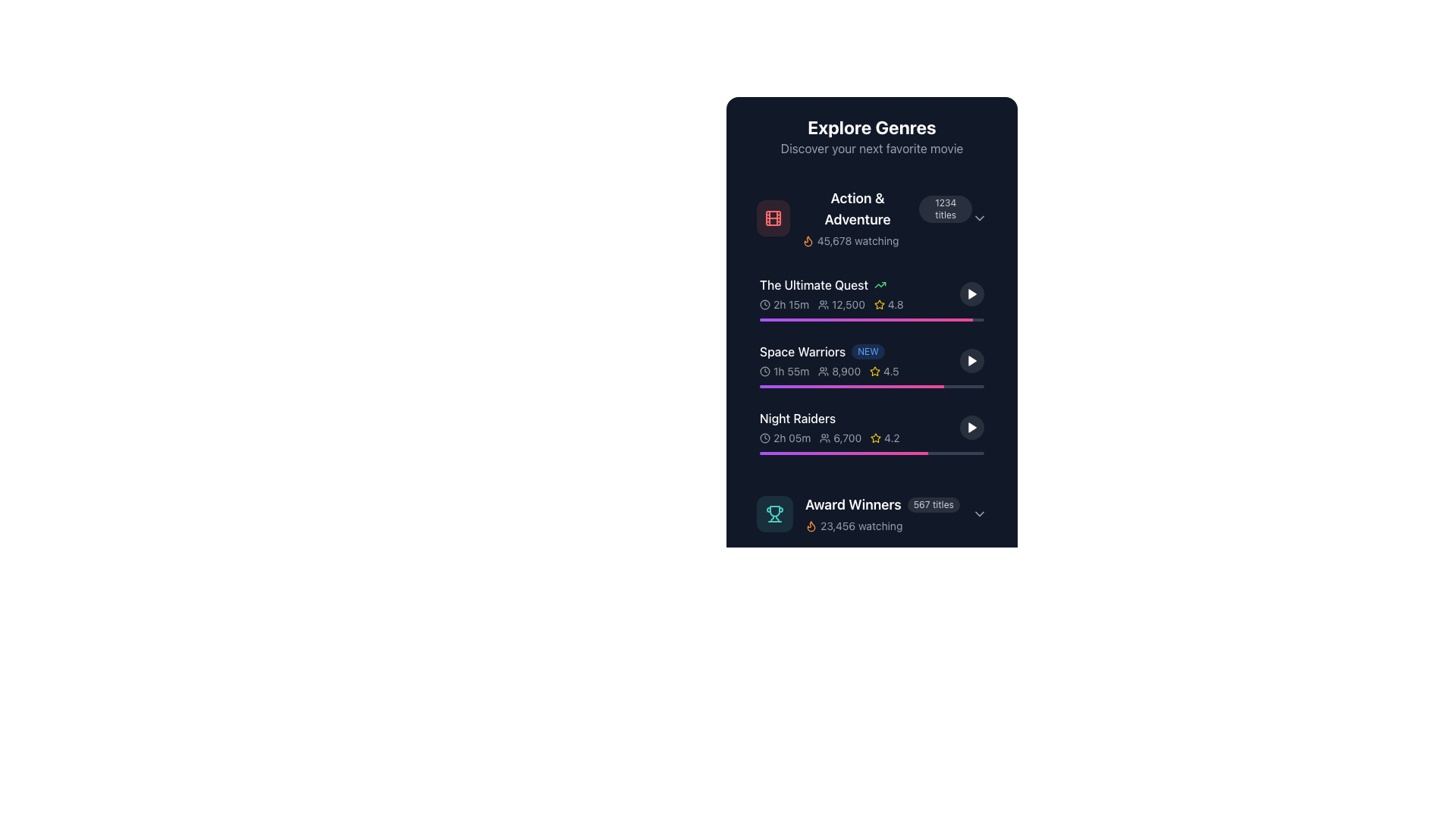  I want to click on the Chevron toggle indicator at the far-right end of the '1234 titles' button in the 'Action & Adventure' section, so click(979, 218).